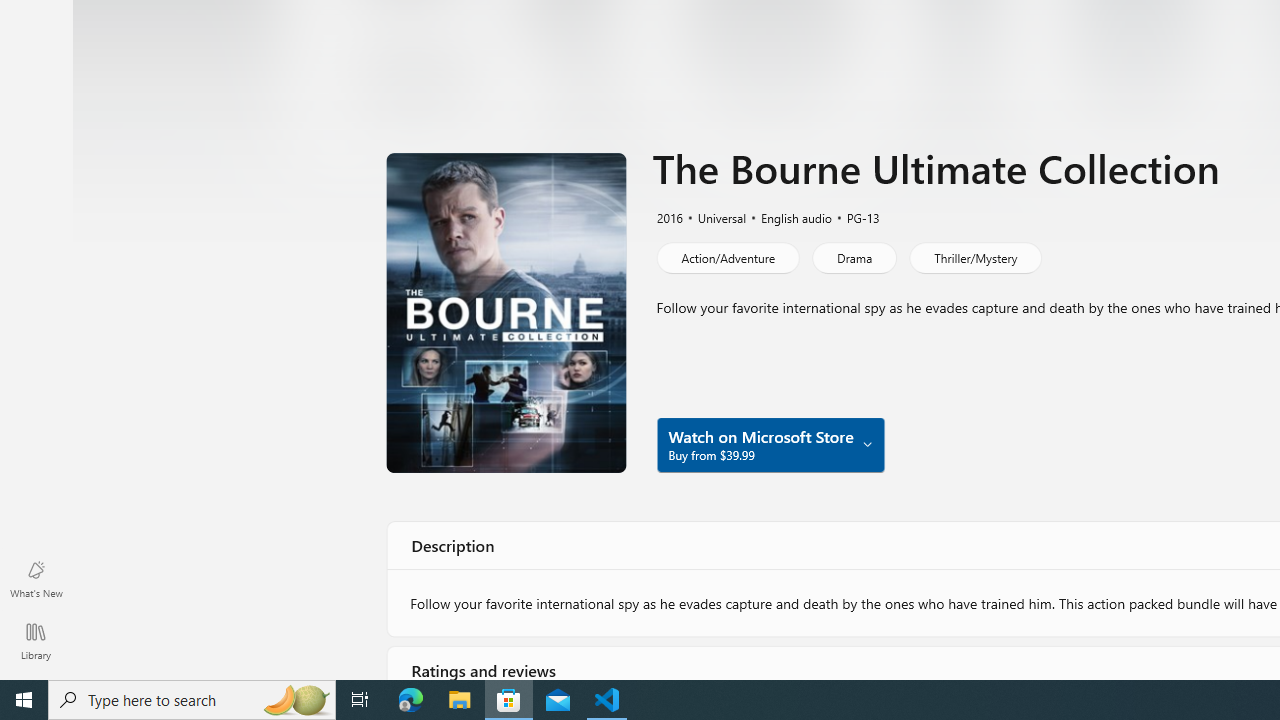 Image resolution: width=1280 pixels, height=720 pixels. Describe the element at coordinates (668, 217) in the screenshot. I see `'2016'` at that location.